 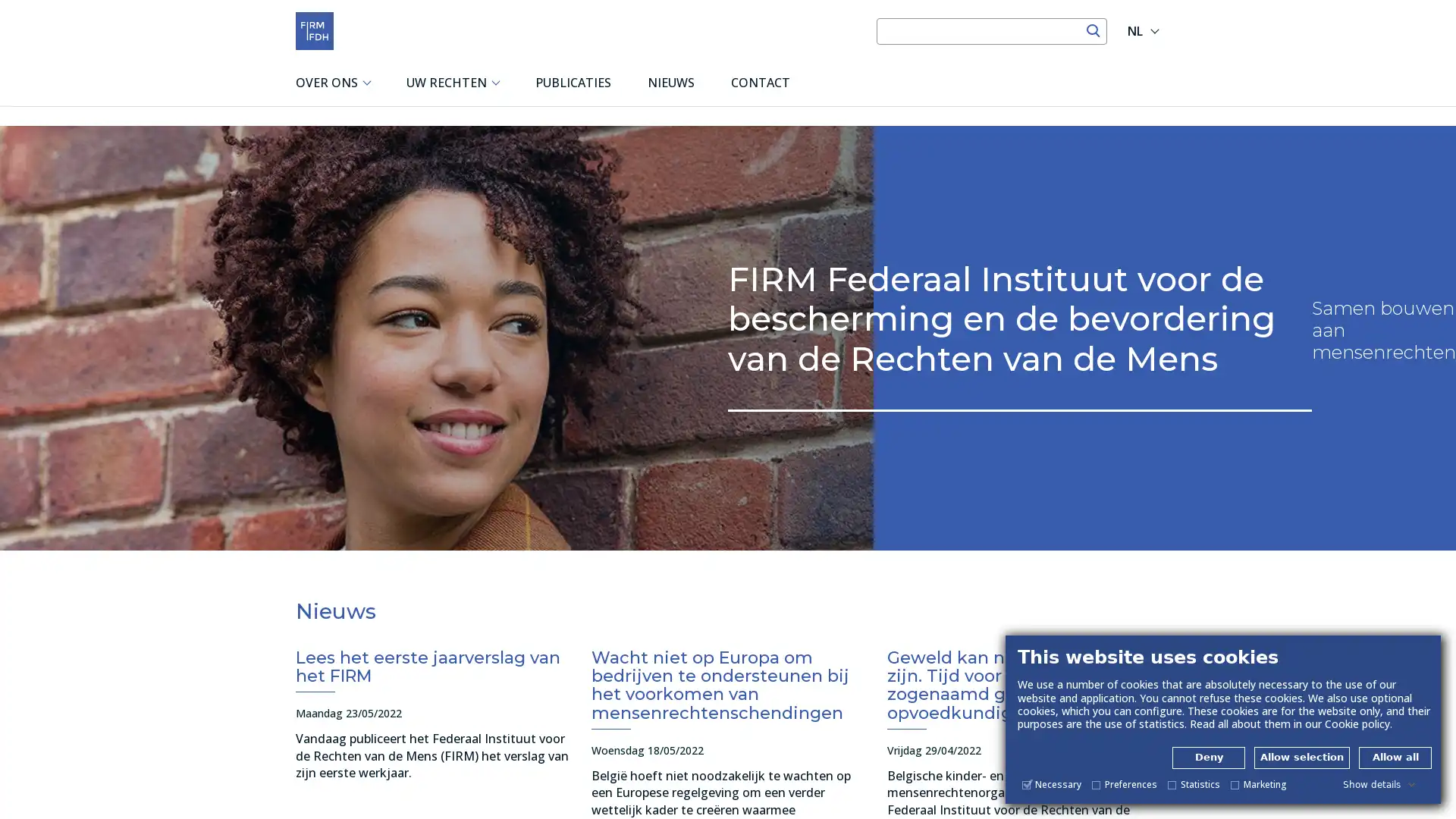 What do you see at coordinates (1153, 31) in the screenshot?
I see `OTHER LANGUAGES` at bounding box center [1153, 31].